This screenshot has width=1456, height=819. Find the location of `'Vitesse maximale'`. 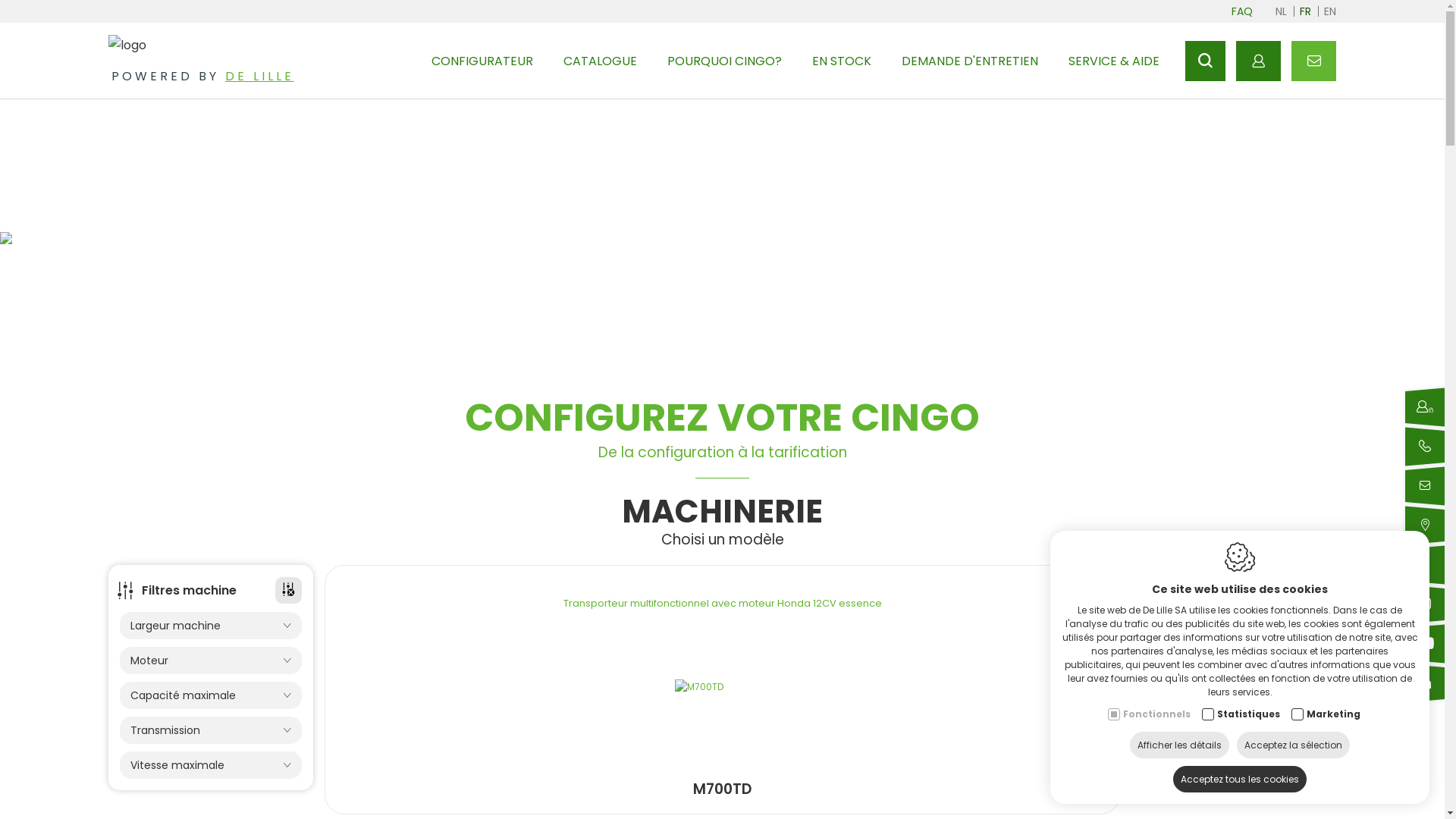

'Vitesse maximale' is located at coordinates (119, 765).